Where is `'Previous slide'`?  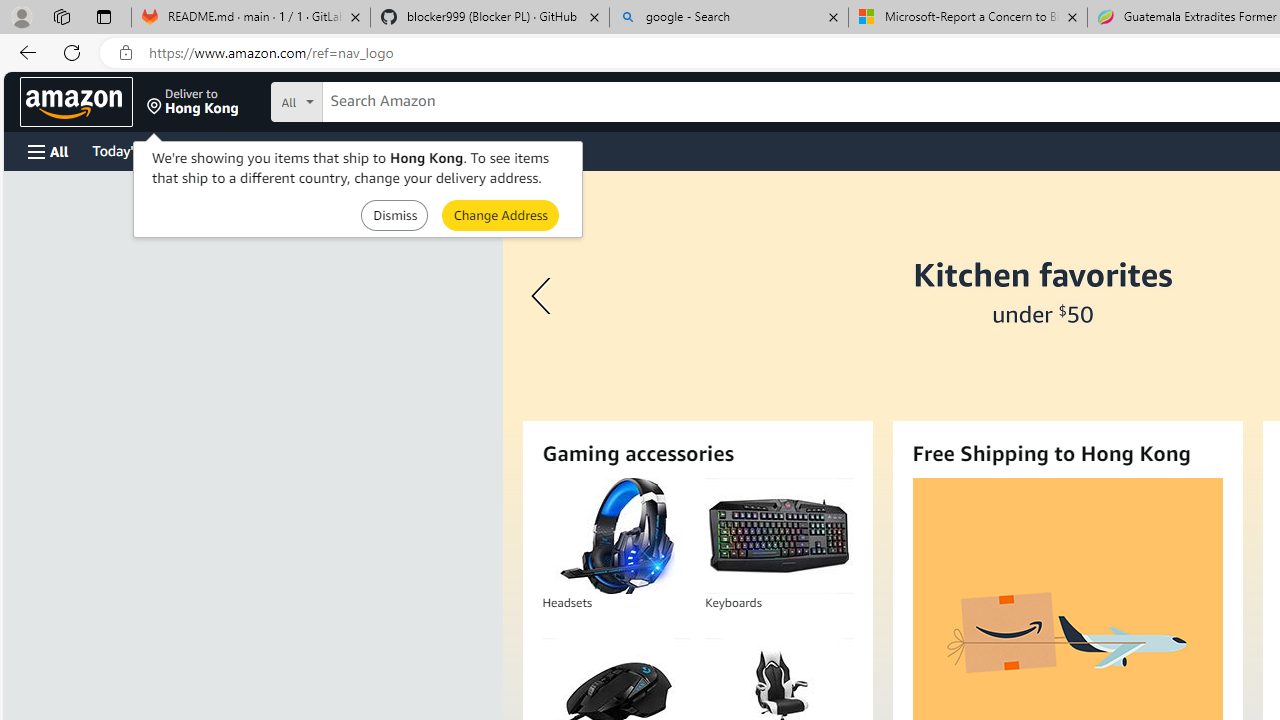 'Previous slide' is located at coordinates (544, 296).